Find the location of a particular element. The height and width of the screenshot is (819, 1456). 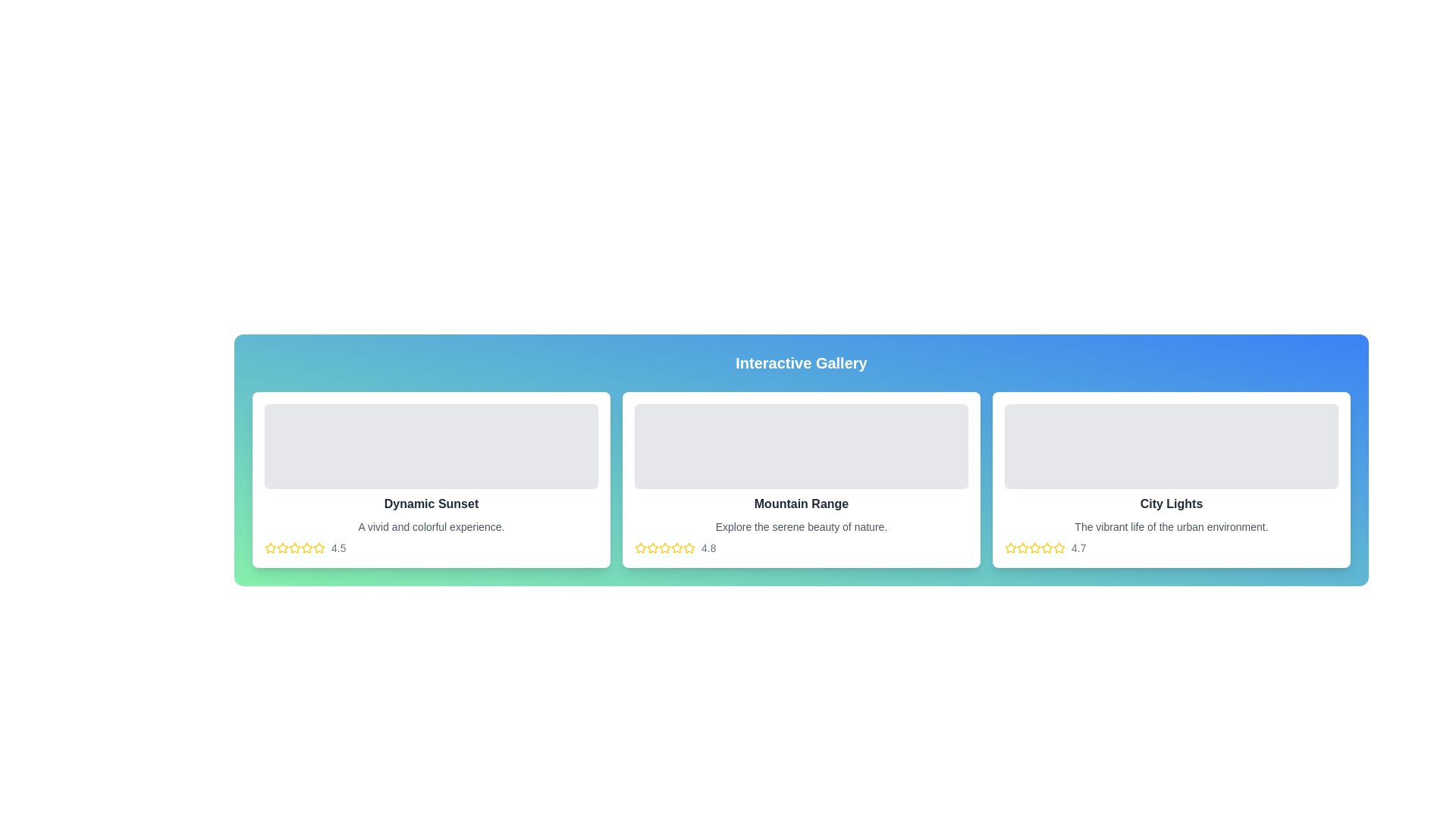

the third star icon is located at coordinates (652, 548).